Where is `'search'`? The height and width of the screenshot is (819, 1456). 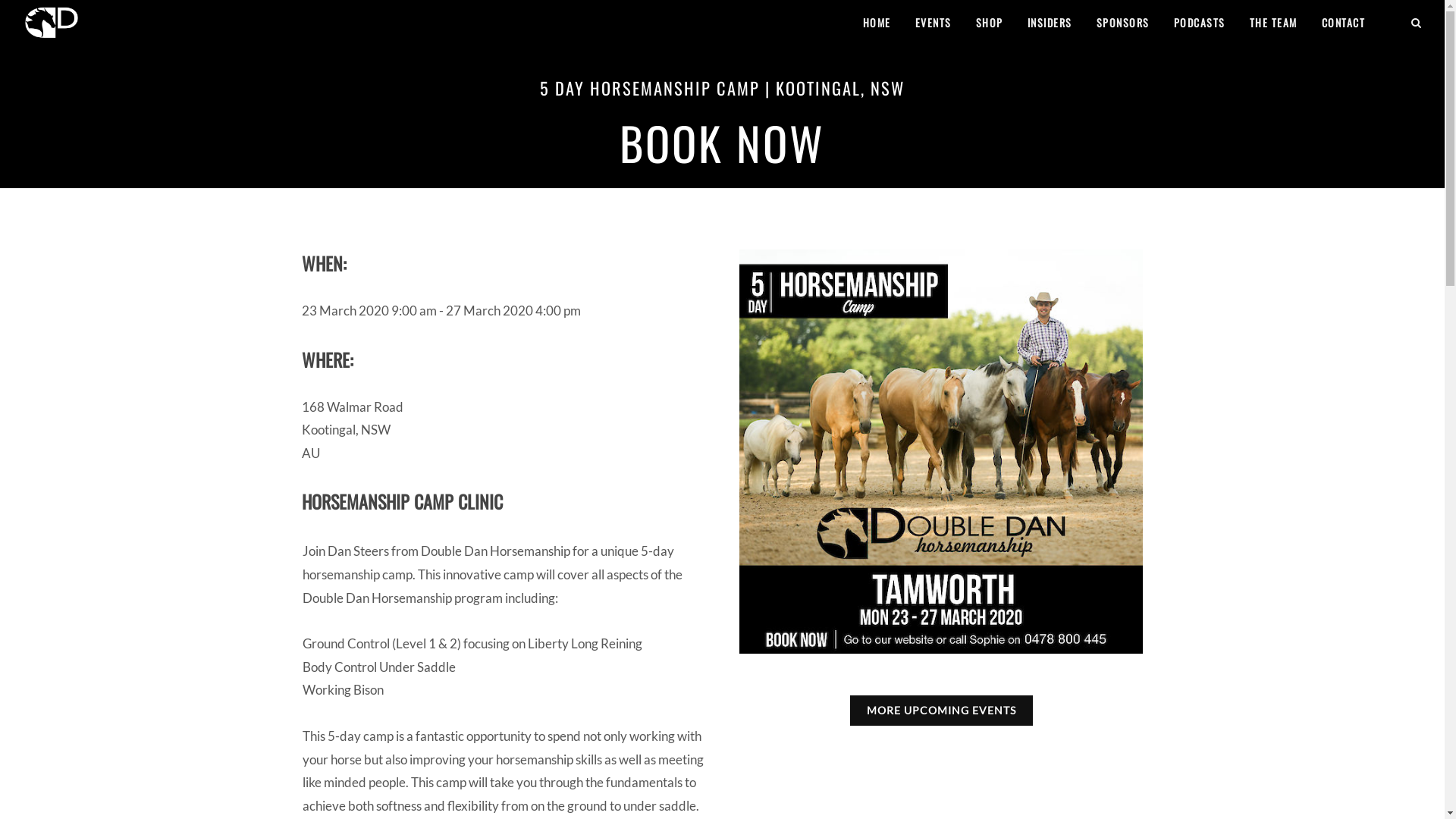
'search' is located at coordinates (1415, 20).